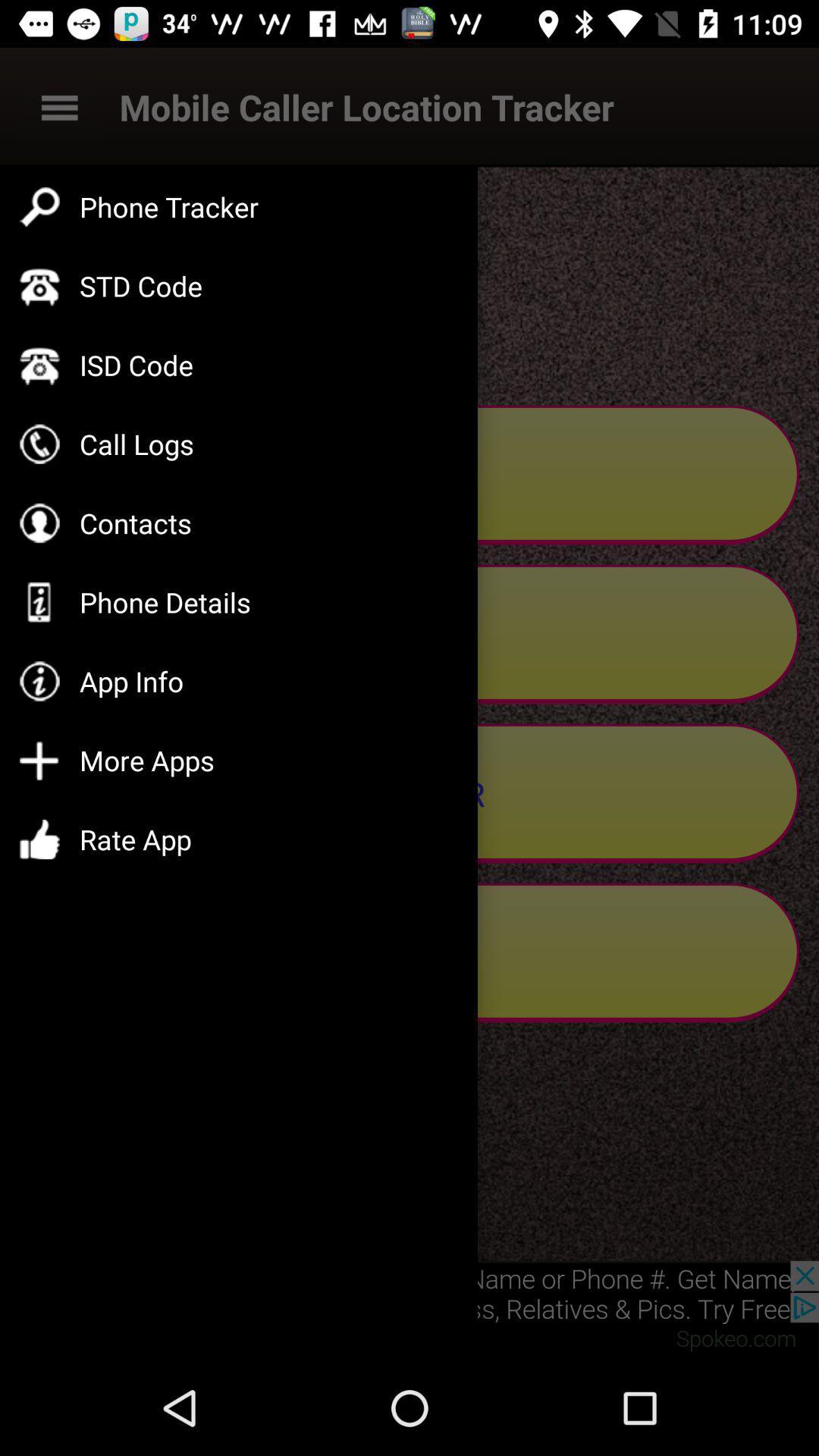  Describe the element at coordinates (39, 523) in the screenshot. I see `icon left to contacts` at that location.